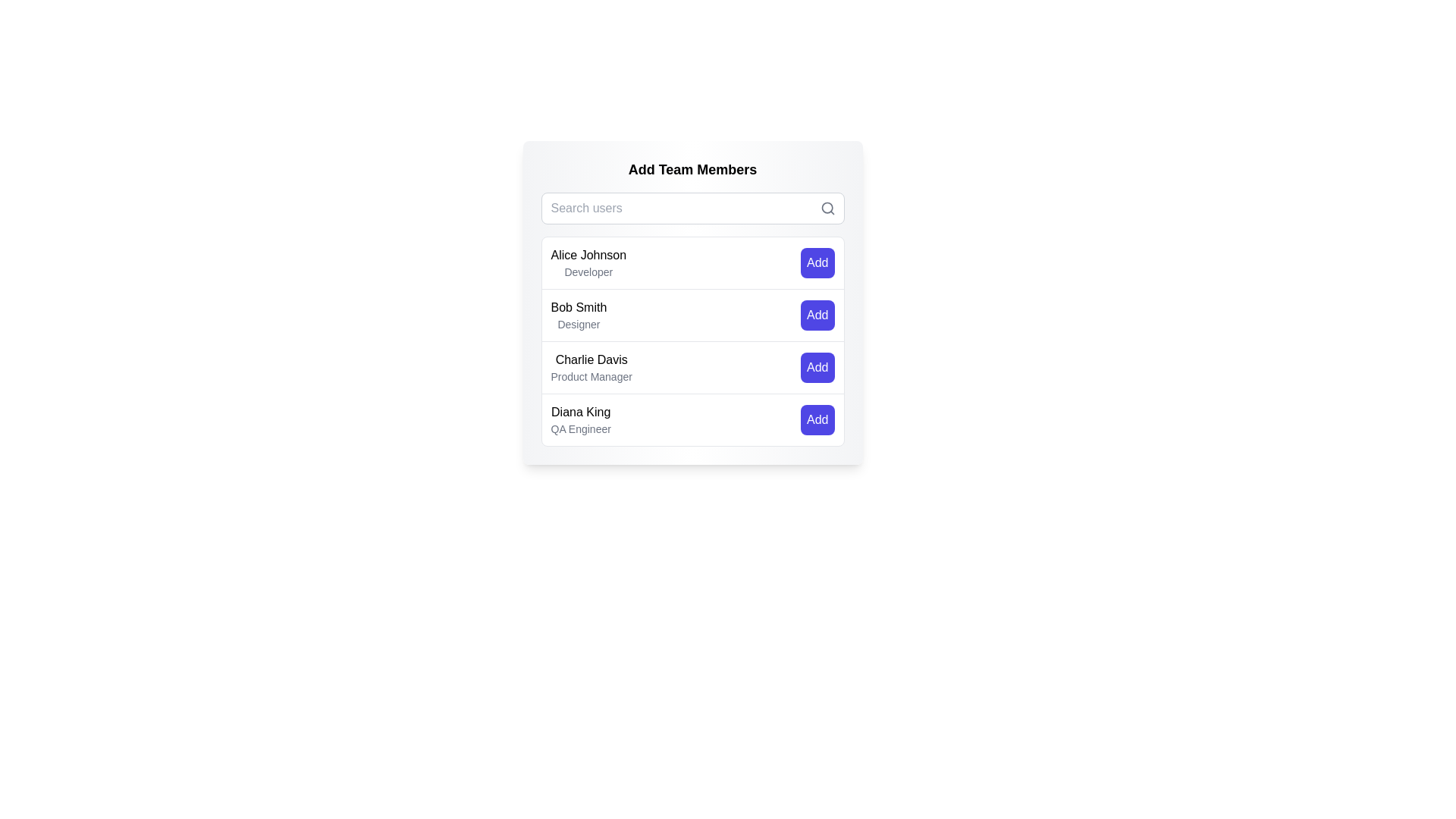 The height and width of the screenshot is (819, 1456). I want to click on the circular lens of the magnifying glass icon in the search bar, so click(826, 208).